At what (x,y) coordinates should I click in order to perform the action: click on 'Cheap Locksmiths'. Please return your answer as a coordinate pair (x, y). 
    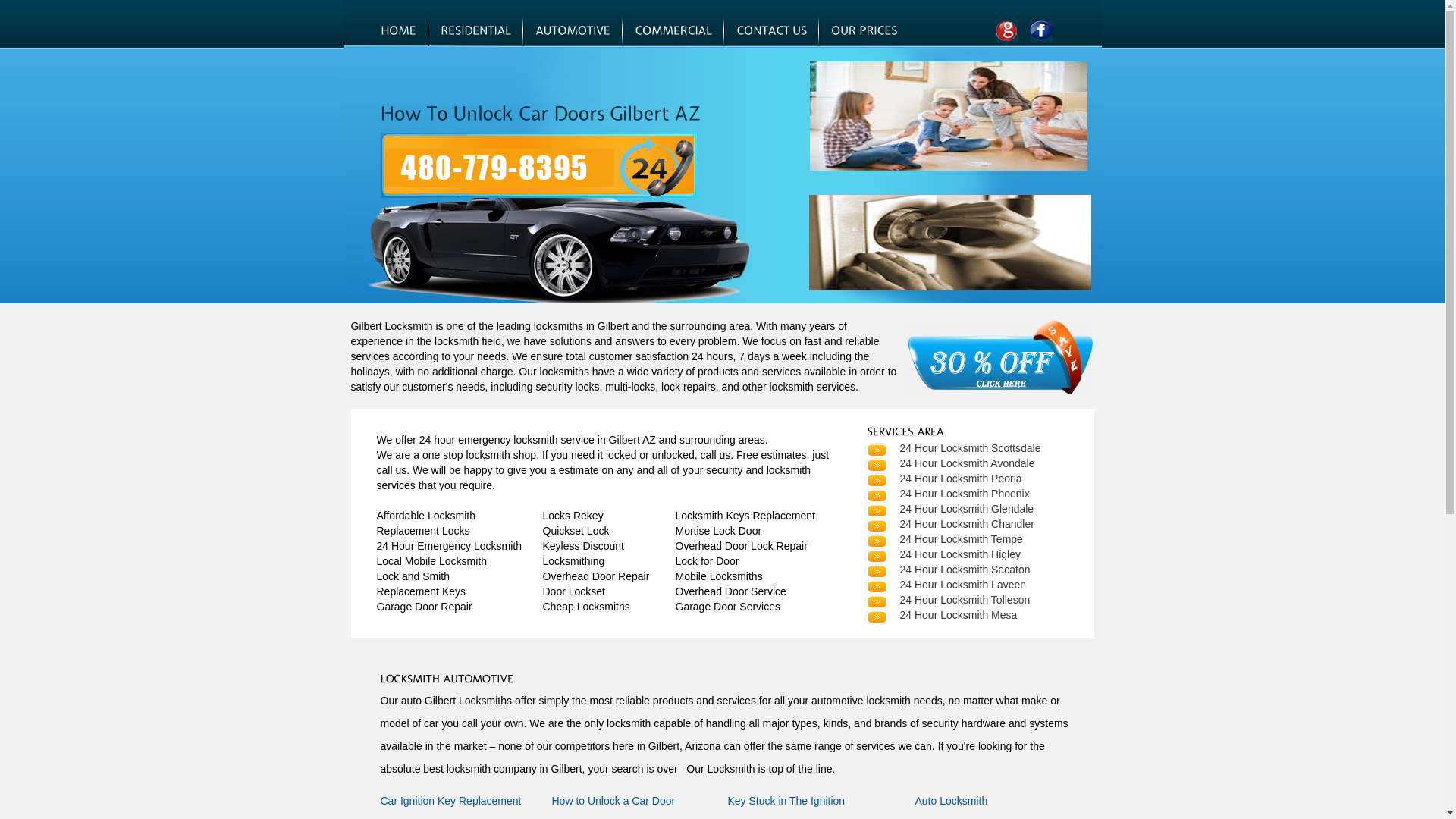
    Looking at the image, I should click on (585, 605).